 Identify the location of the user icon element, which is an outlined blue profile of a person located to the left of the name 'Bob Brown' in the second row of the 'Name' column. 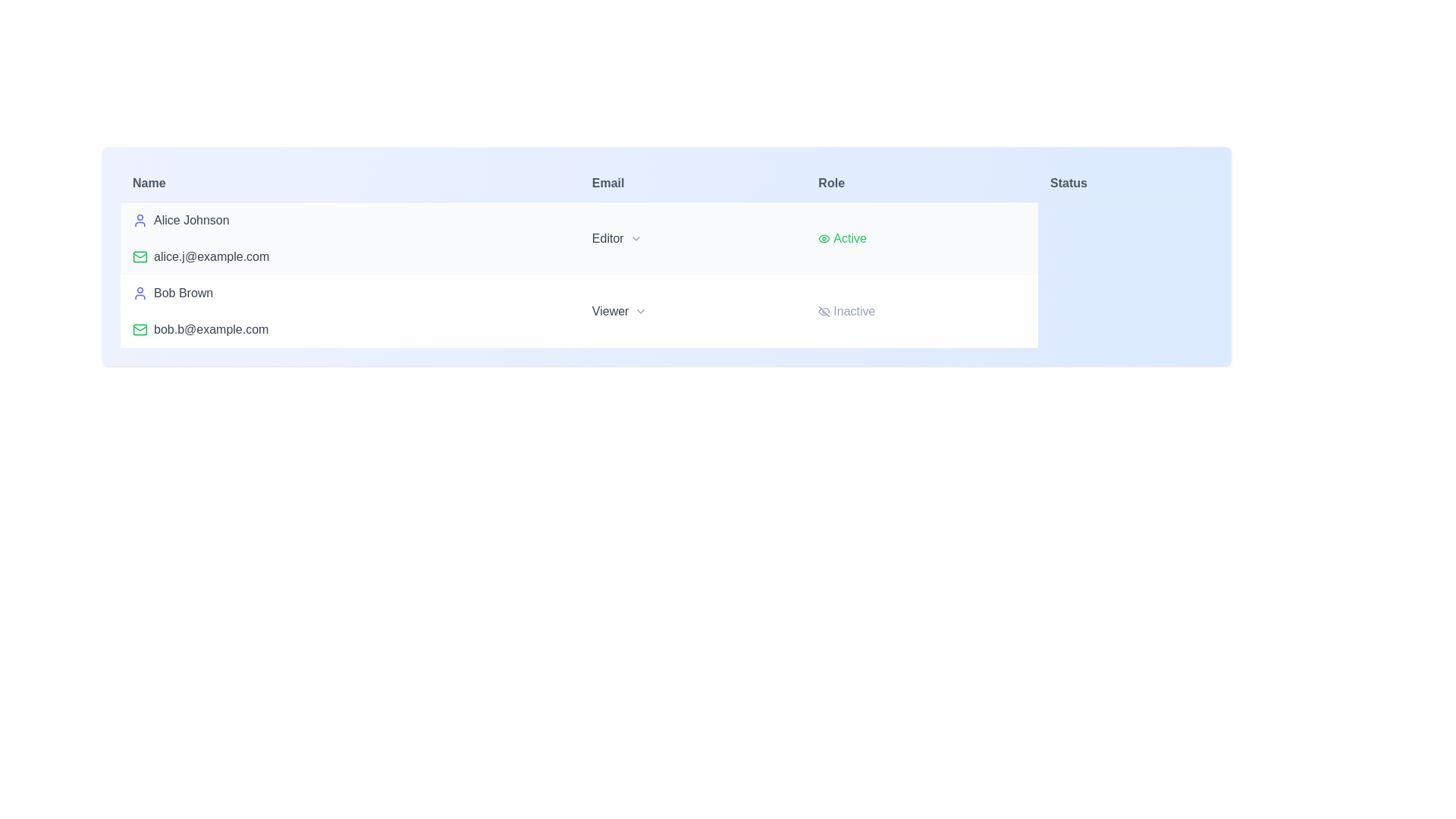
(140, 293).